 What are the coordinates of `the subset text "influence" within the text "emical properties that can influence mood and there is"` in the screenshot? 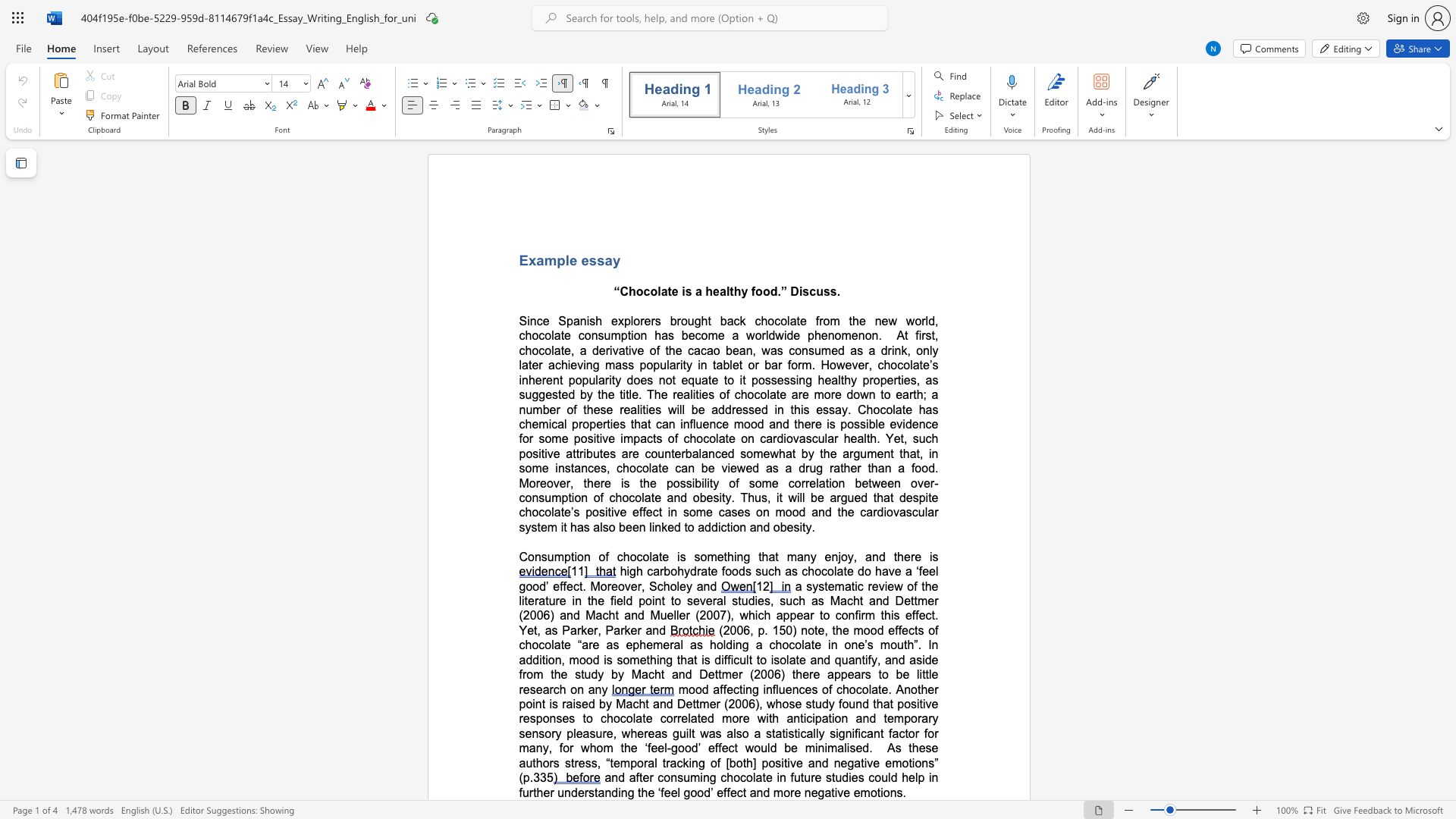 It's located at (679, 424).